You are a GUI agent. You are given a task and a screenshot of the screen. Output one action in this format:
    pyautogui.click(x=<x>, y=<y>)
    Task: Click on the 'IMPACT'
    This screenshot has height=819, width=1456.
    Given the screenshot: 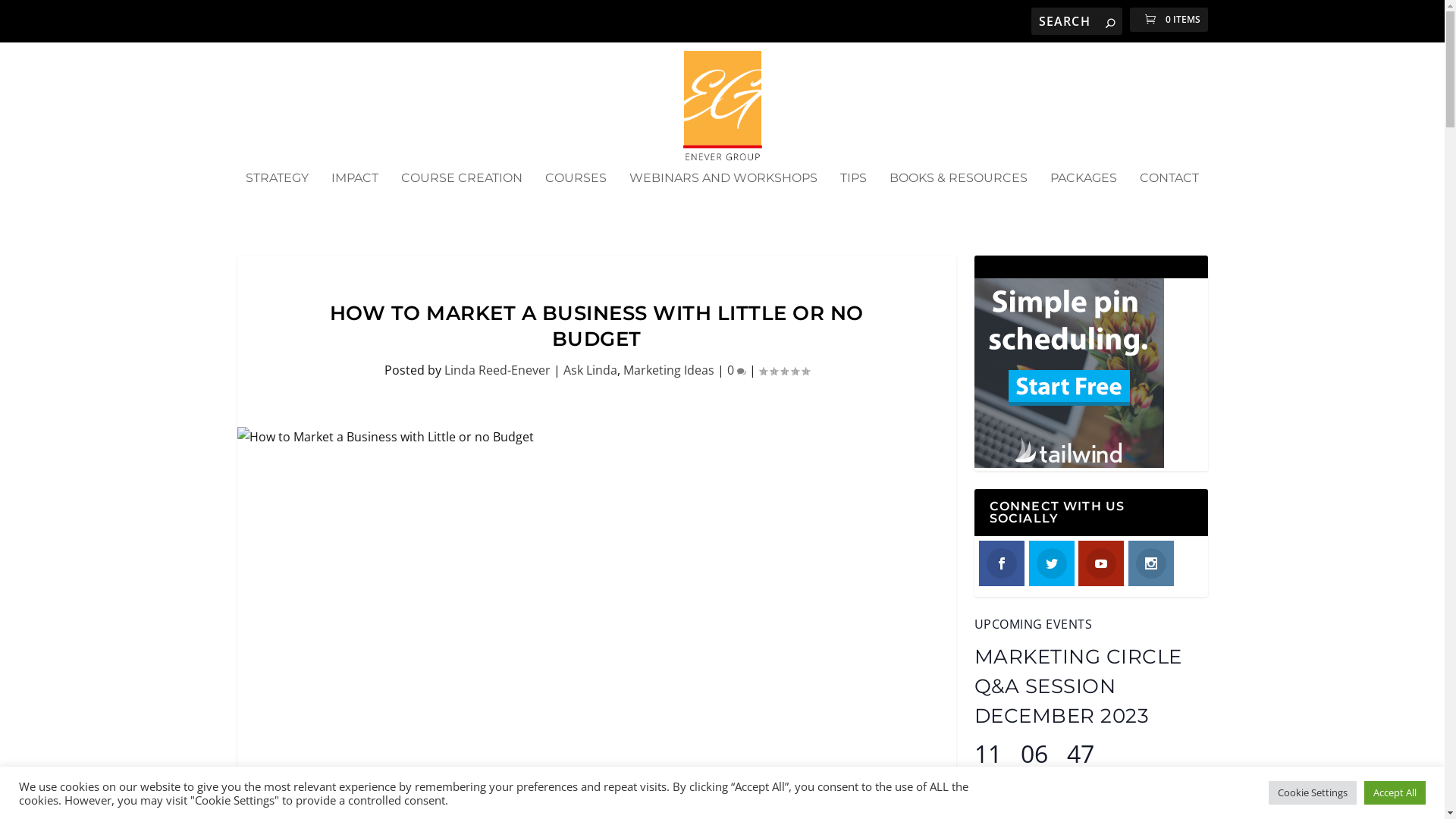 What is the action you would take?
    pyautogui.click(x=353, y=198)
    